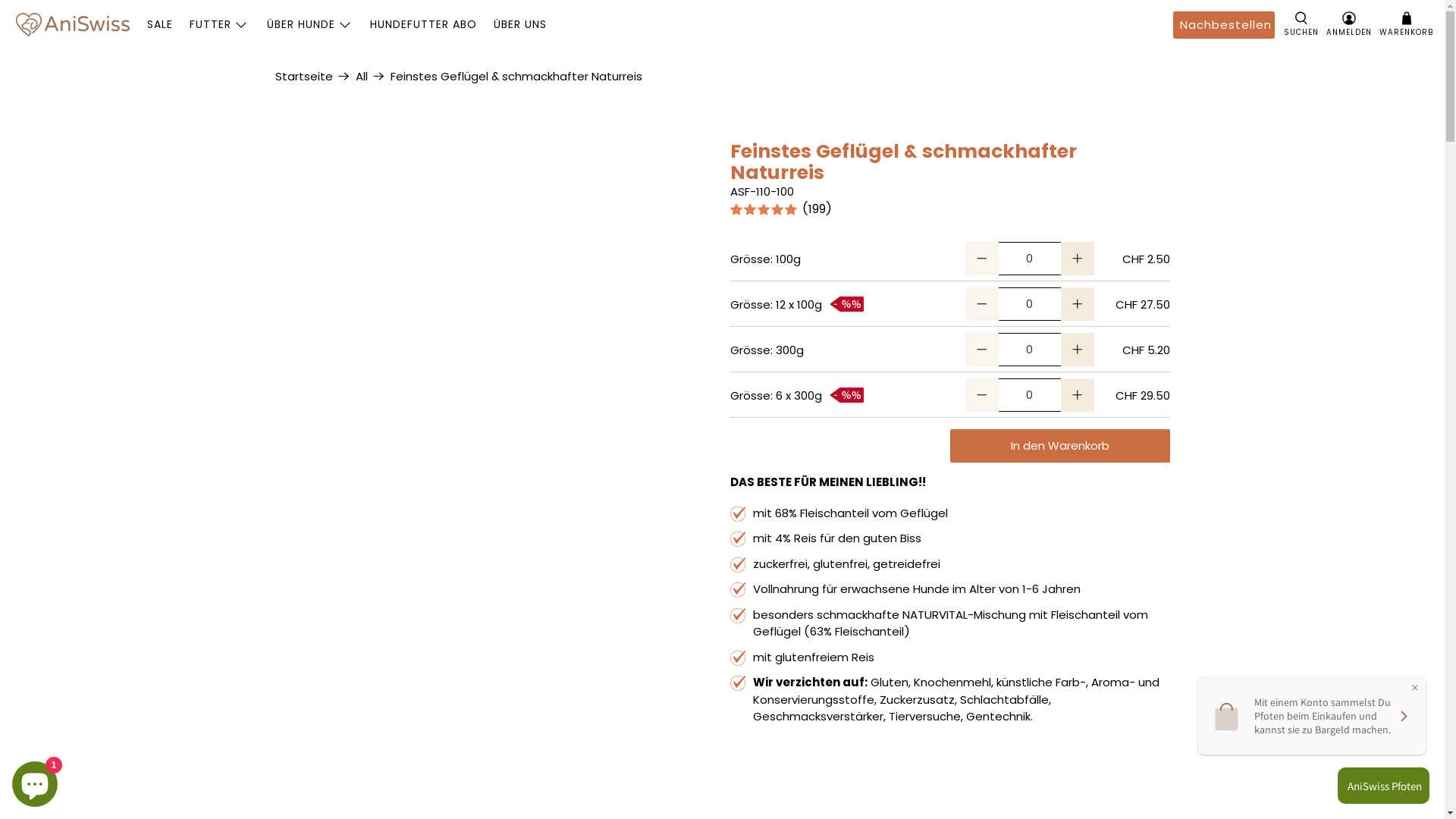  What do you see at coordinates (218, 24) in the screenshot?
I see `'FUTTER'` at bounding box center [218, 24].